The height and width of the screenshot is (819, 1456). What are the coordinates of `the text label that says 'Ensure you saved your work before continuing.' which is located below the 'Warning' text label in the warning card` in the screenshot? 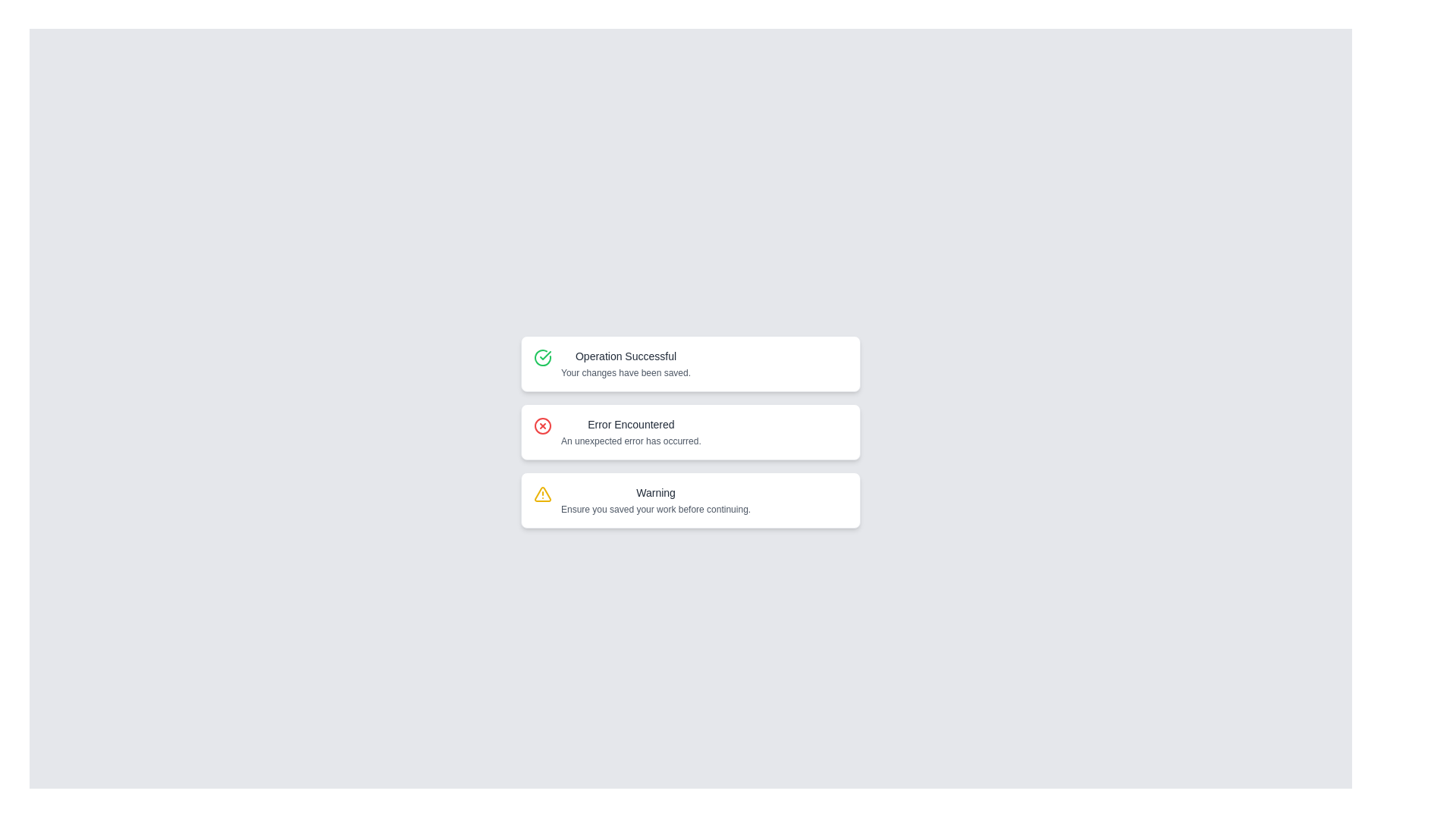 It's located at (656, 509).